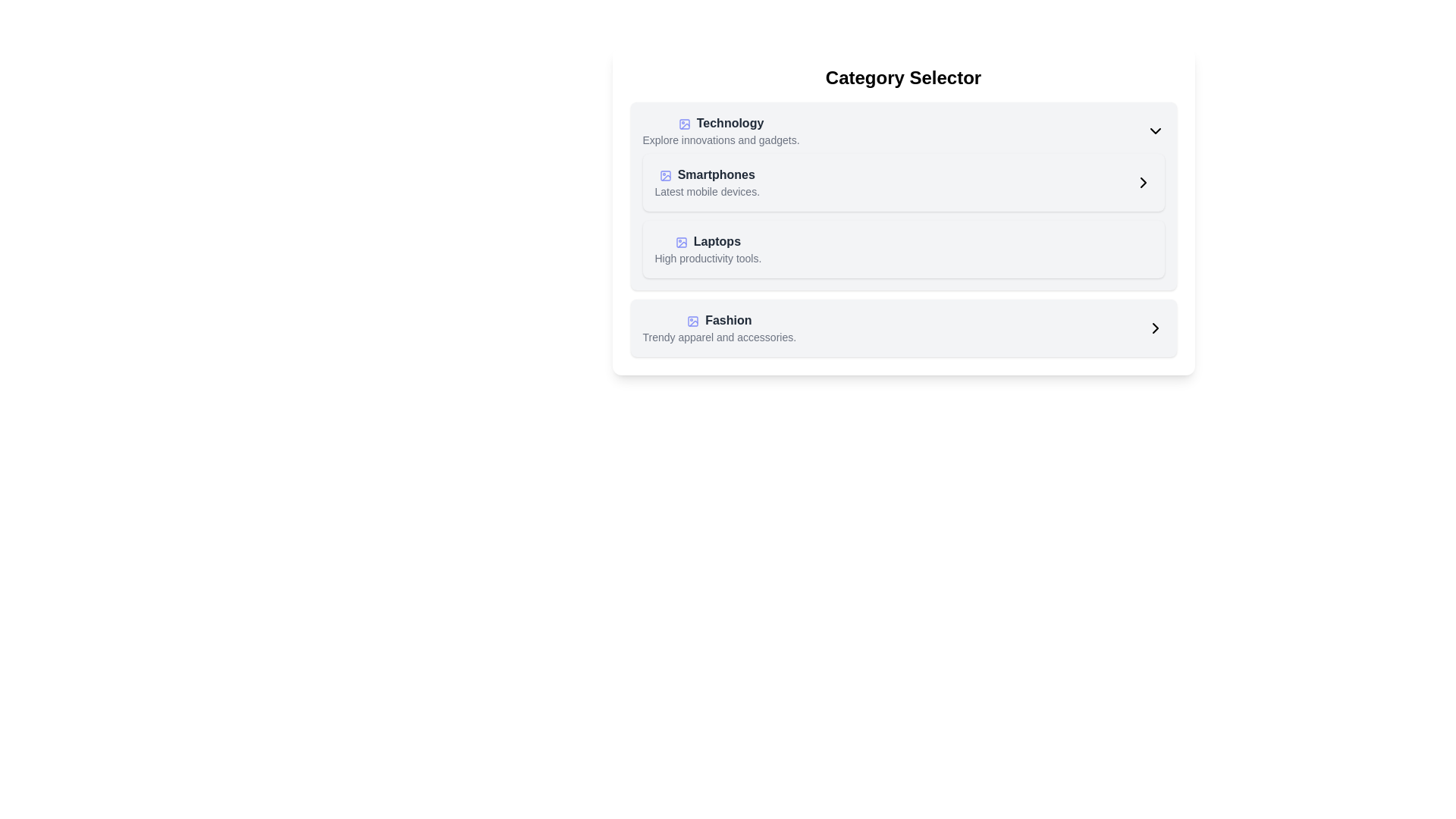 The image size is (1456, 819). What do you see at coordinates (1154, 130) in the screenshot?
I see `the Dropdown indicator icon, which is a downward arrow styled with a black line, located on the rightmost side of the 'Technology' component` at bounding box center [1154, 130].